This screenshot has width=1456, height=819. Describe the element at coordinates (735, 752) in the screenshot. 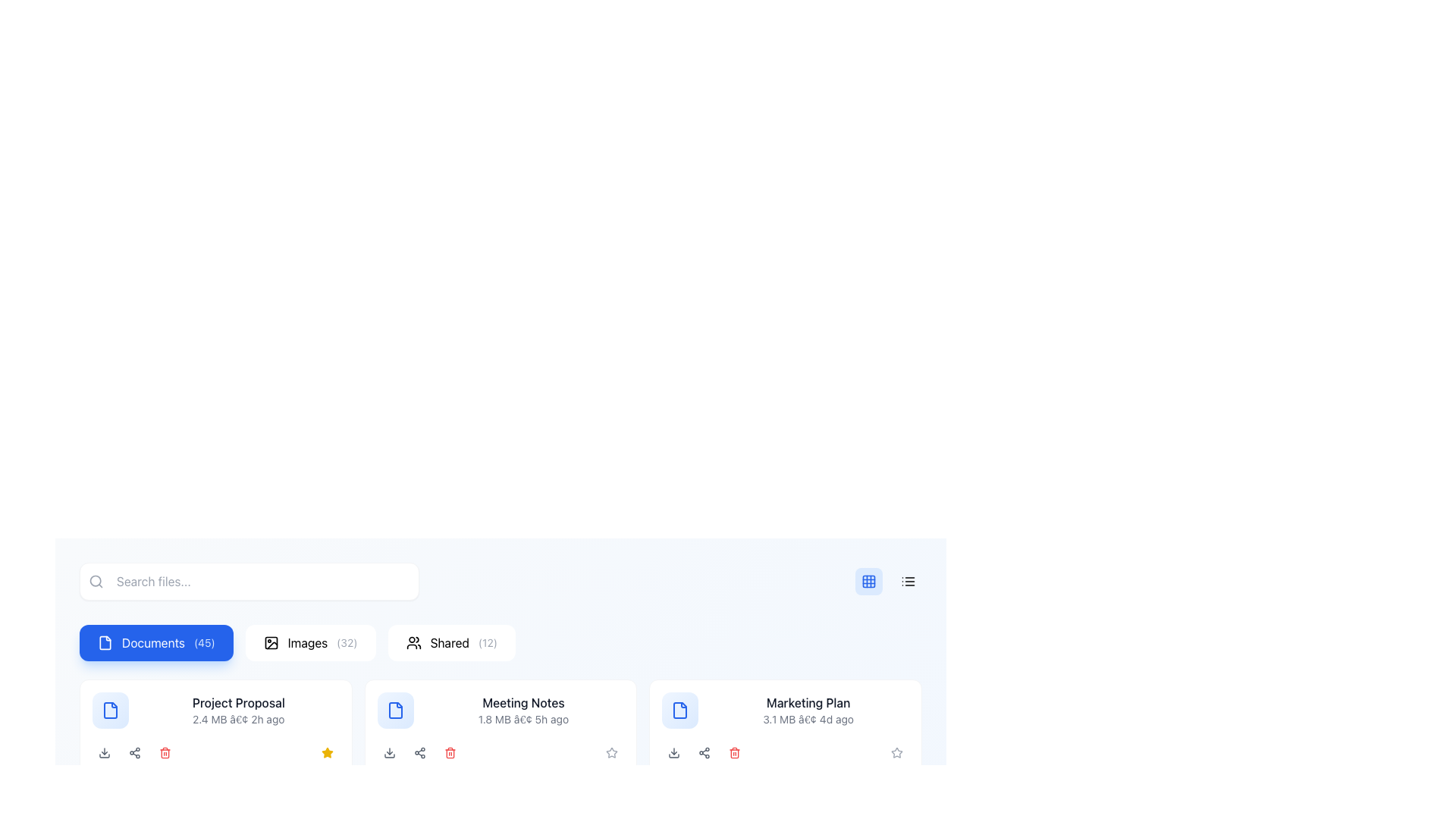

I see `the delete button for the file named 'Marketing Plan'` at that location.